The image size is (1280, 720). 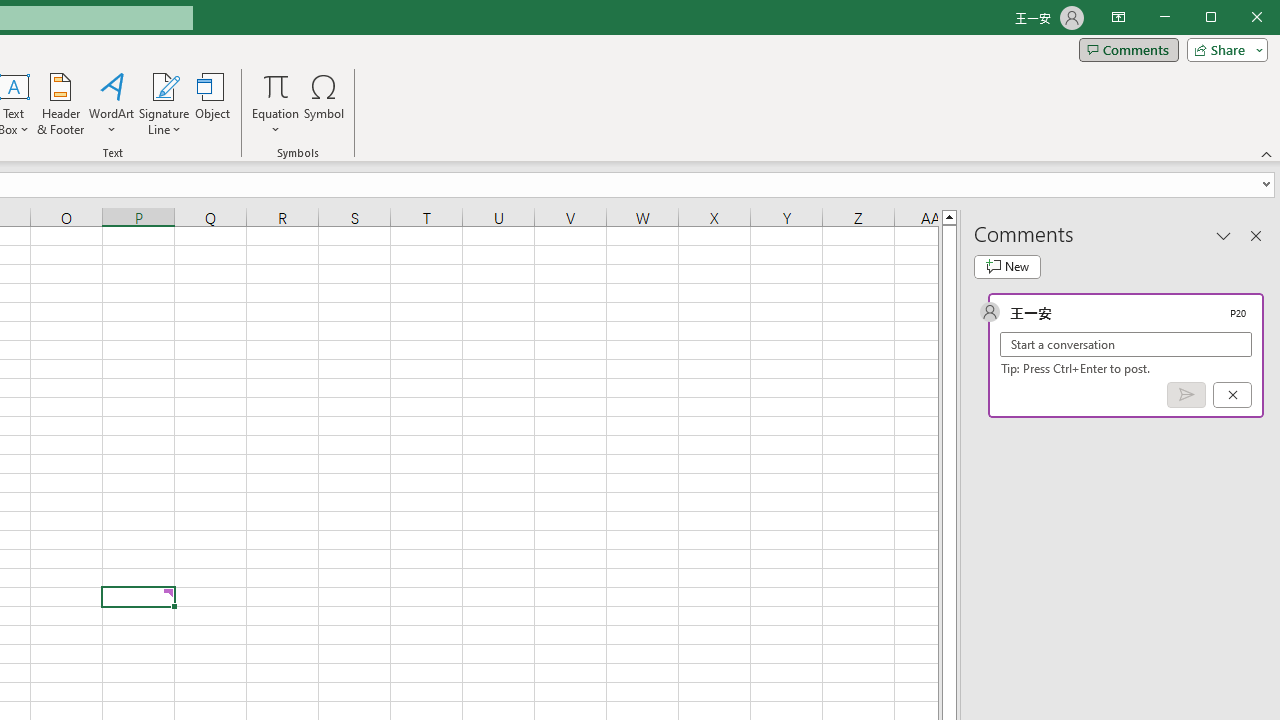 I want to click on 'Post comment (Ctrl + Enter)', so click(x=1186, y=395).